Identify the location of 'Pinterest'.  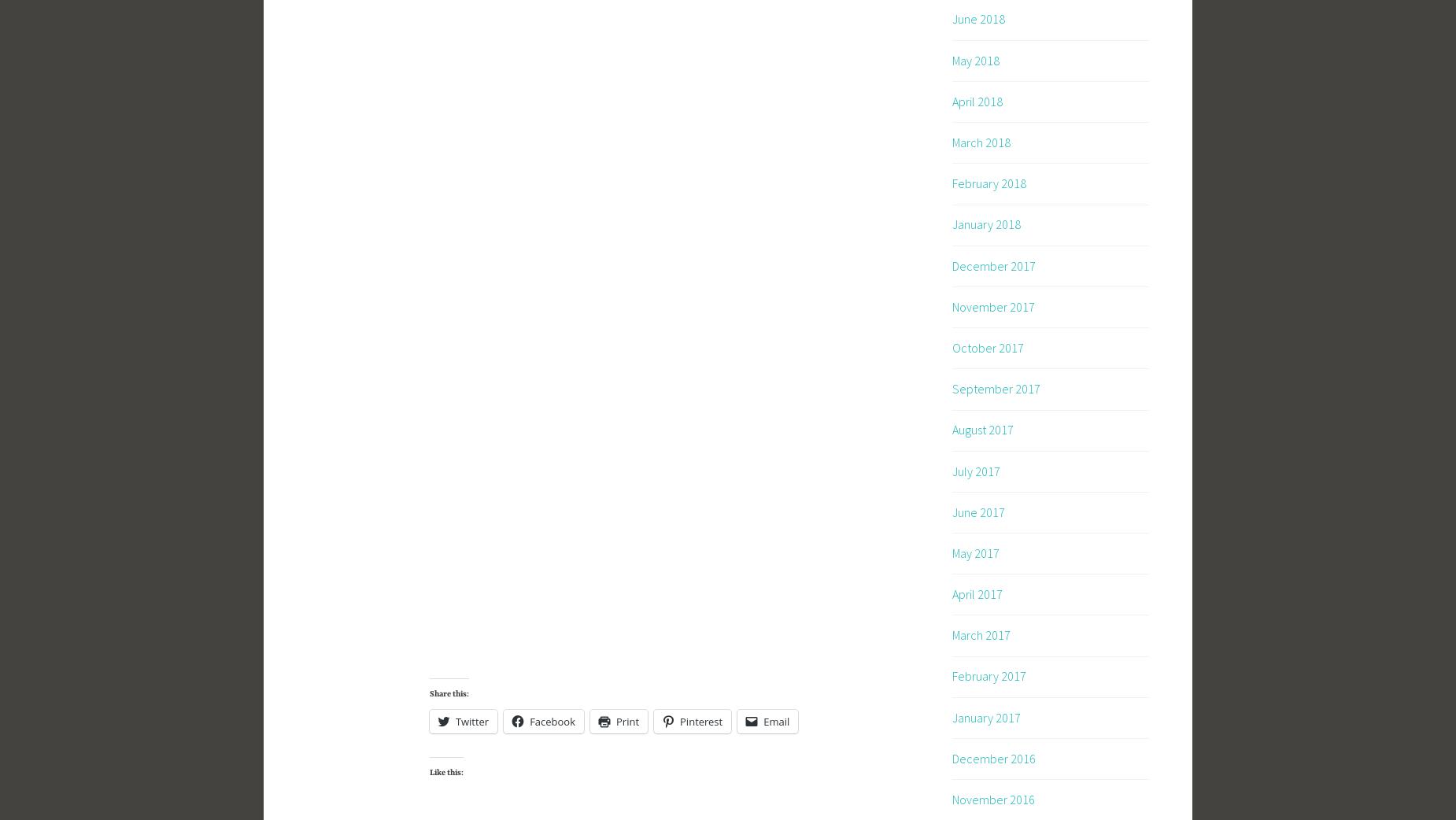
(700, 720).